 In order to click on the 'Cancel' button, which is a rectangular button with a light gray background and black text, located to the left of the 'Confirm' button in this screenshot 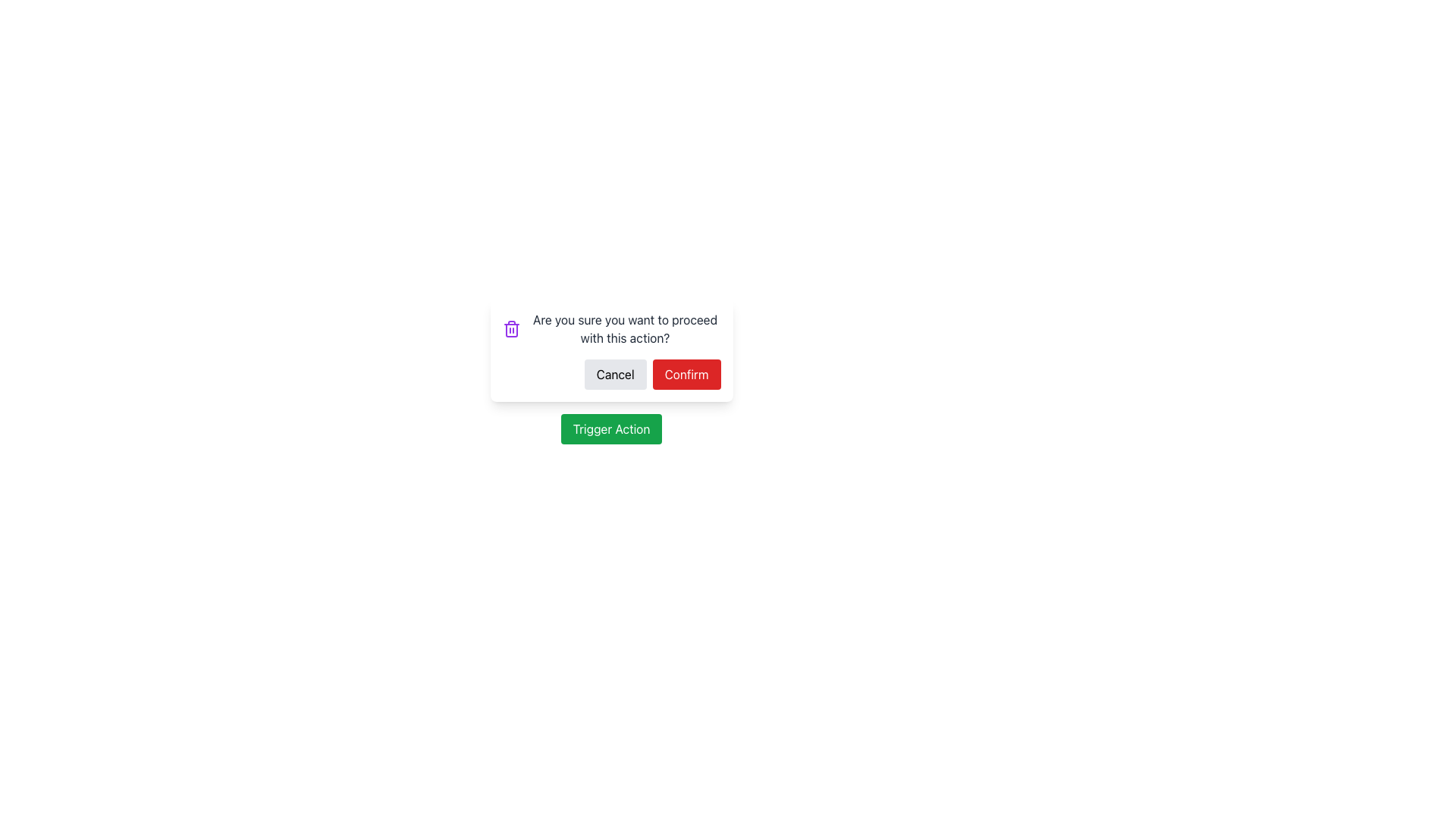, I will do `click(615, 374)`.